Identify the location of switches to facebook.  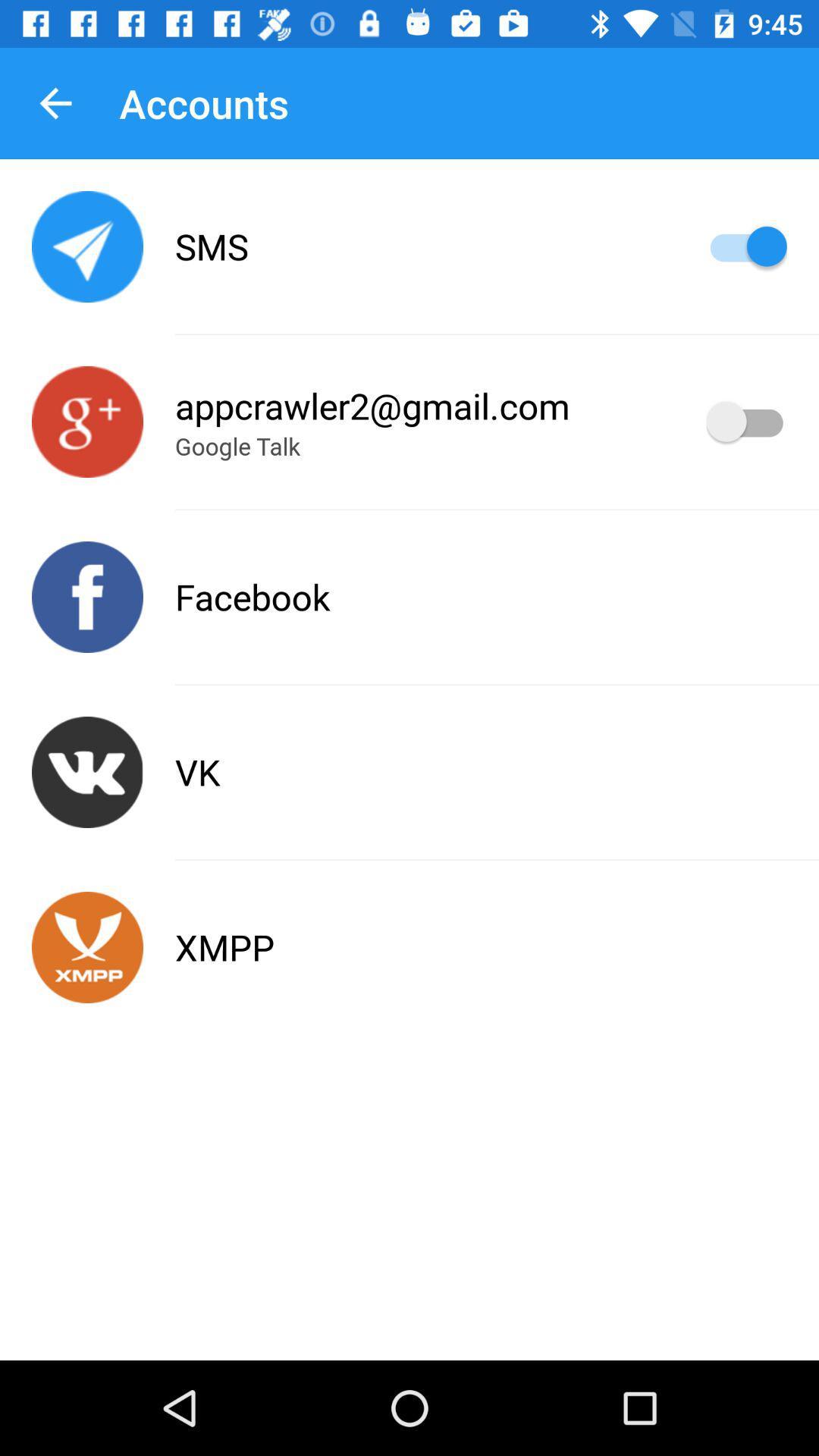
(87, 596).